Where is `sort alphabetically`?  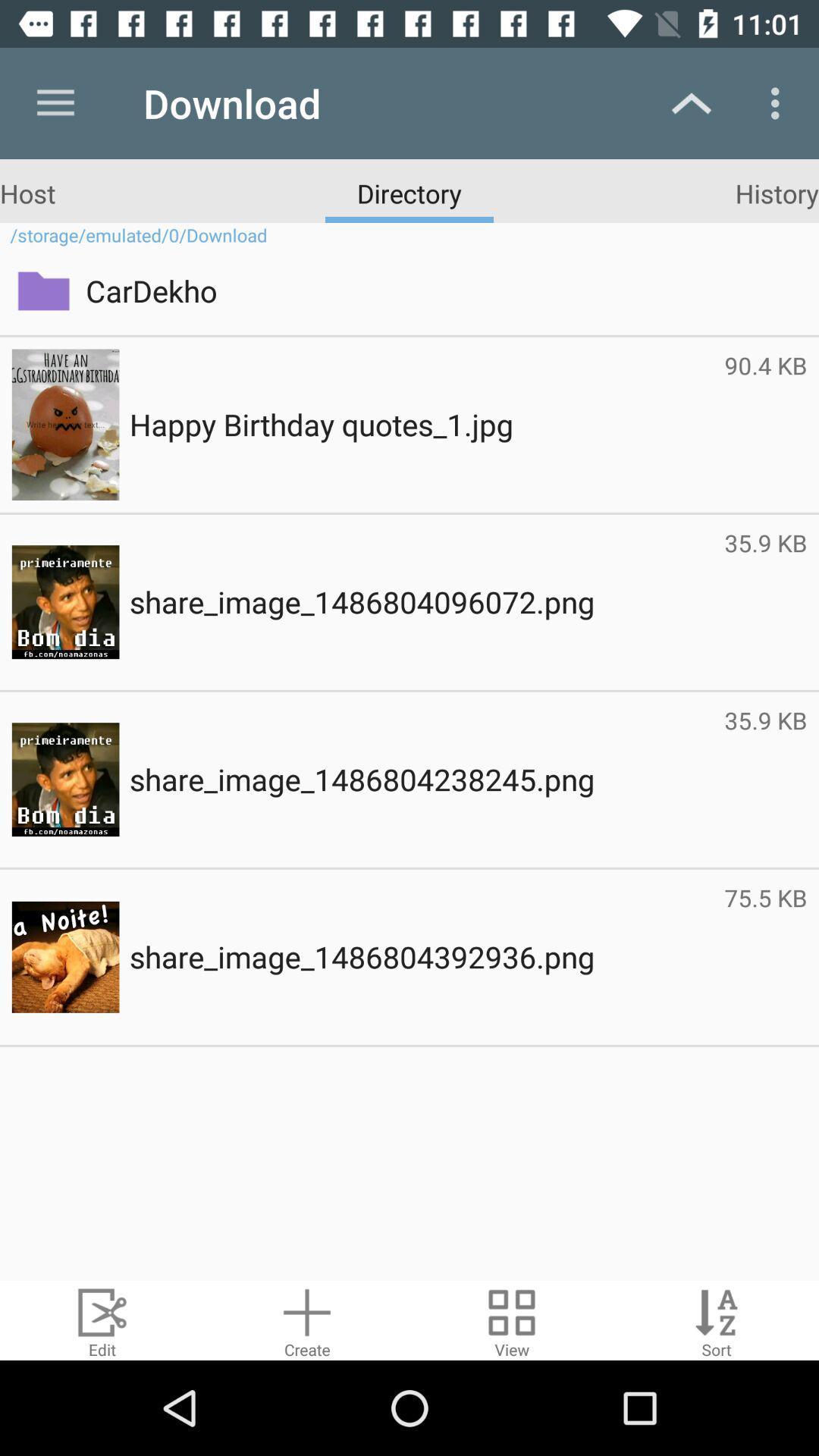 sort alphabetically is located at coordinates (717, 1319).